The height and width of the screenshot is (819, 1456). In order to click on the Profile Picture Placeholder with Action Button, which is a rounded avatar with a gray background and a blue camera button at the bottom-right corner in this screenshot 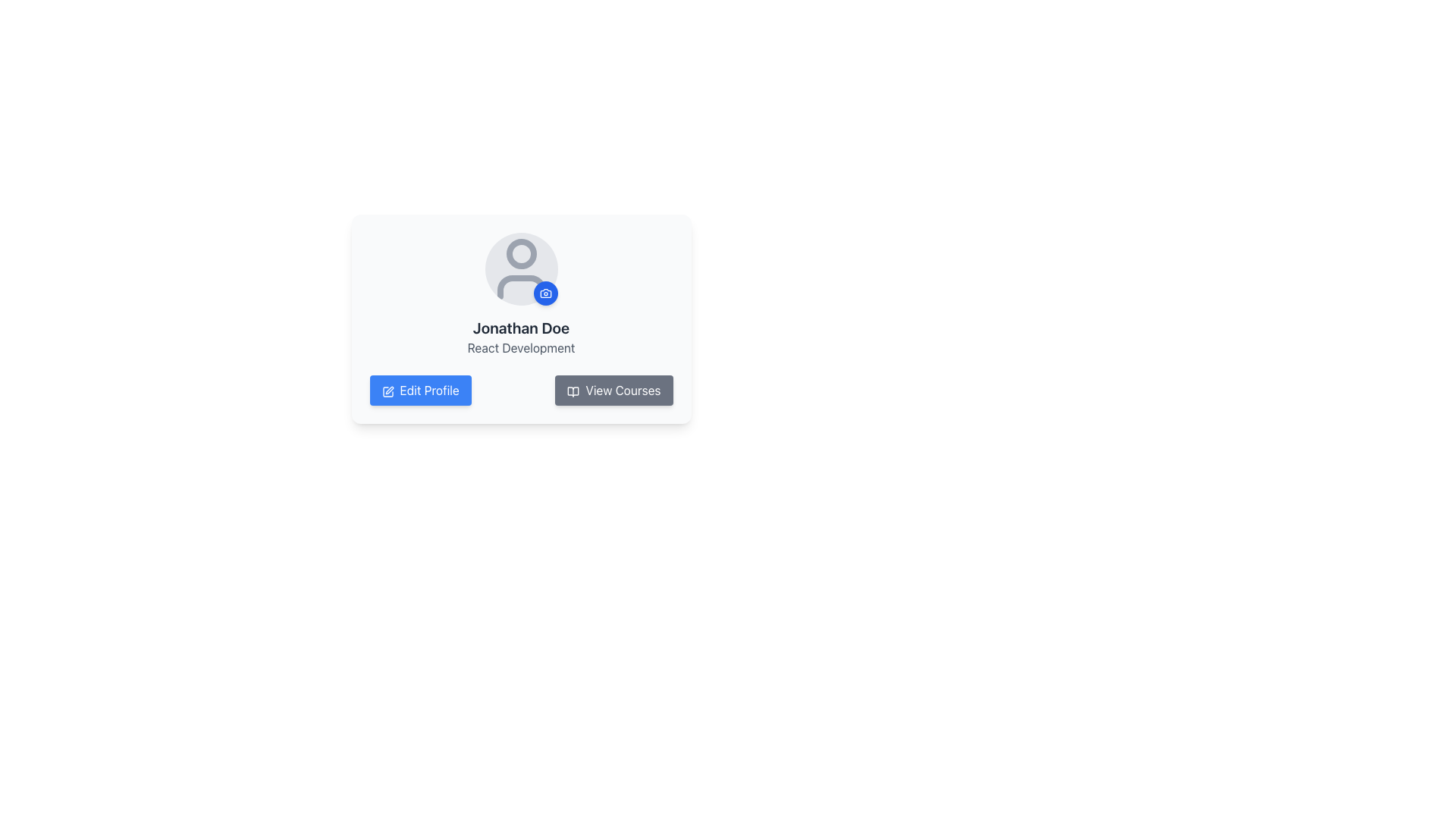, I will do `click(521, 268)`.